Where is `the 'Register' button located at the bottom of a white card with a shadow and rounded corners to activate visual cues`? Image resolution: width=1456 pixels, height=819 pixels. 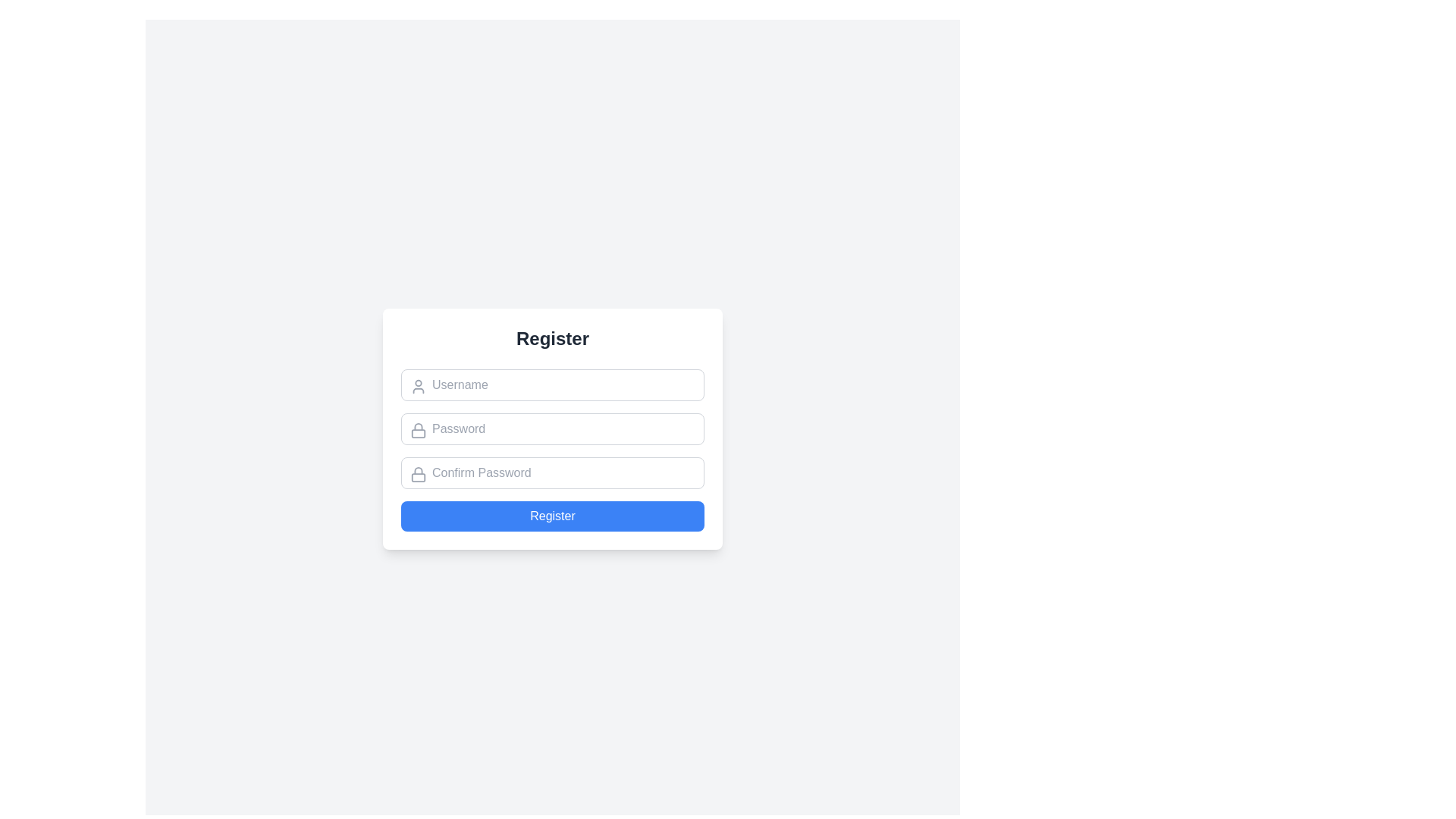 the 'Register' button located at the bottom of a white card with a shadow and rounded corners to activate visual cues is located at coordinates (552, 516).